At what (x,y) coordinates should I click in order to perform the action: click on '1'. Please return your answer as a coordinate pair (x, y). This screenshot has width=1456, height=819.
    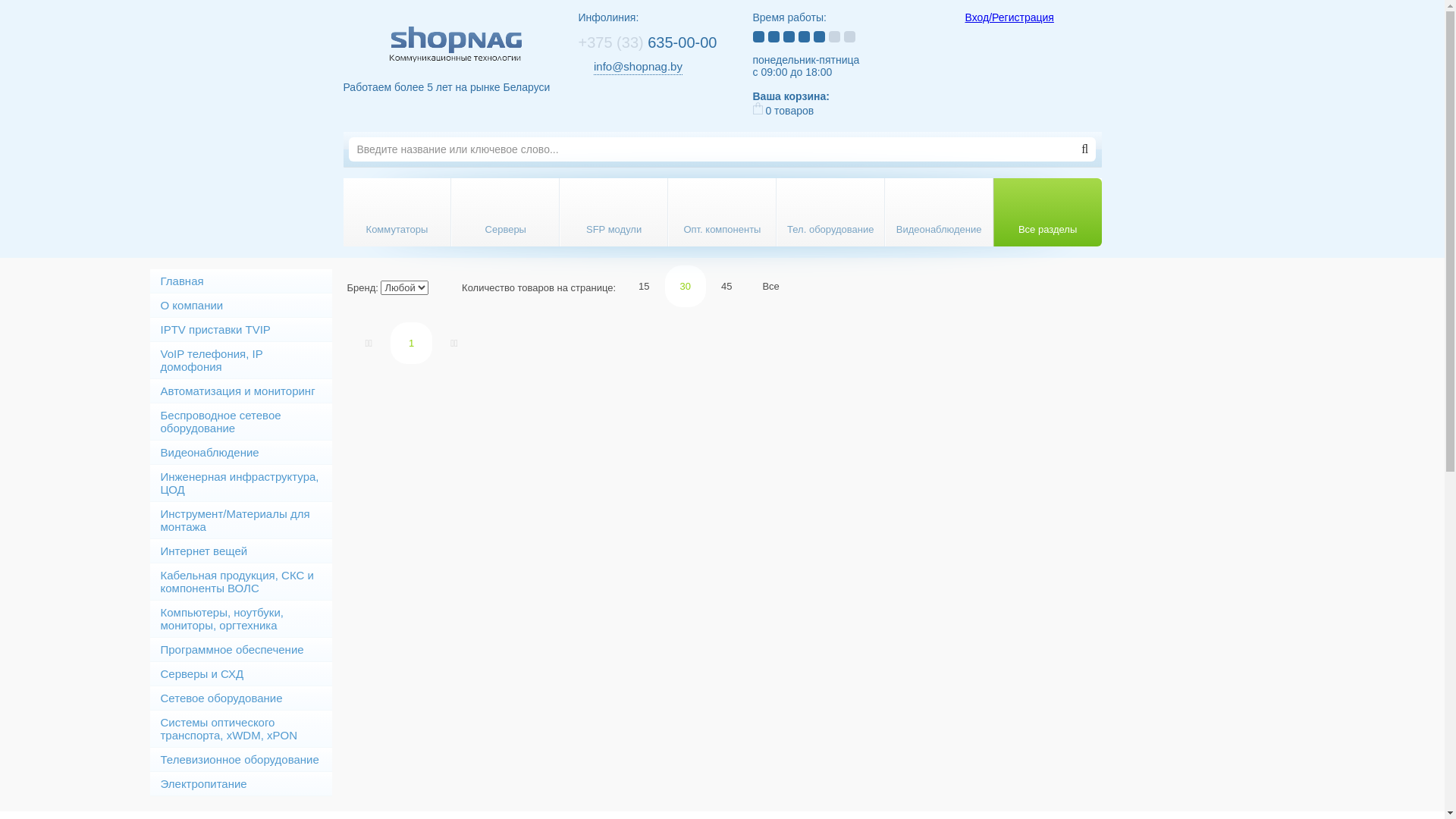
    Looking at the image, I should click on (390, 343).